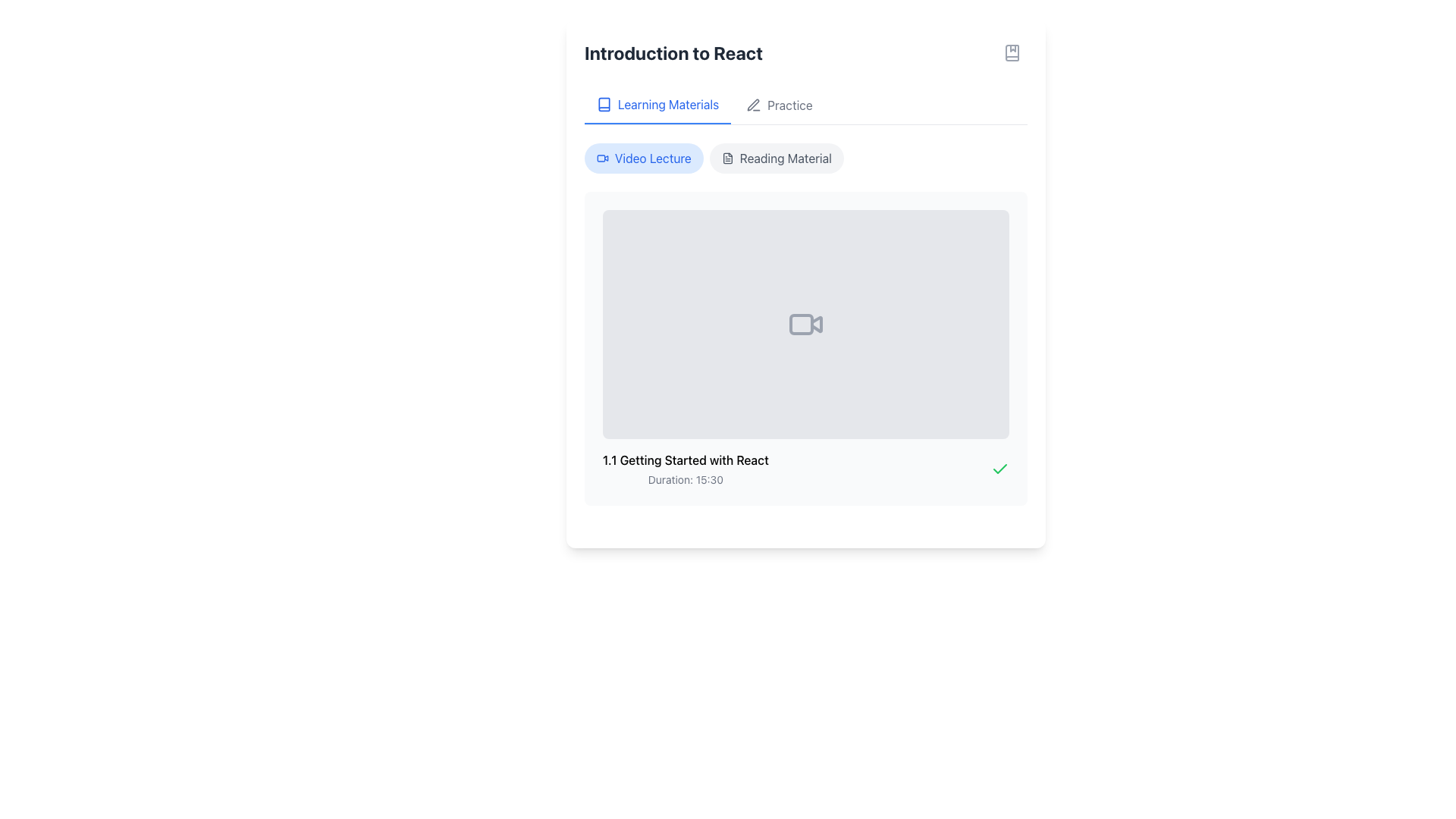 This screenshot has height=819, width=1456. Describe the element at coordinates (685, 468) in the screenshot. I see `the informative text block displaying the title and duration of the video lecture located below the video thumbnail in the 'Introduction to React' section` at that location.